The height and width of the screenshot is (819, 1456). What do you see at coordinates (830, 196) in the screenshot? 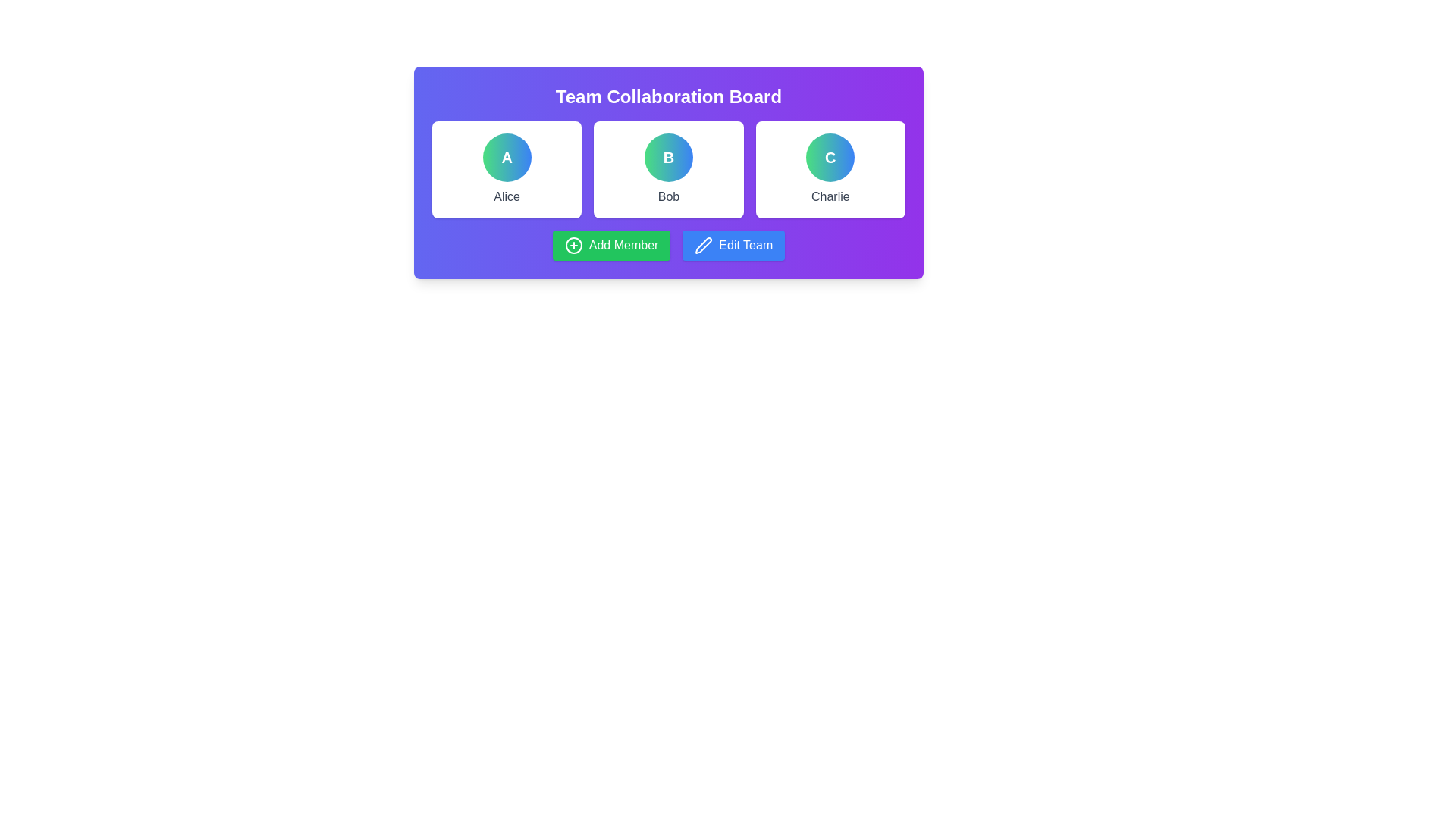
I see `text label displaying the name 'Charlie' located below the circular icon labeled 'C' in the rightmost user detail panel of the 'Team Collaboration Board' interface` at bounding box center [830, 196].